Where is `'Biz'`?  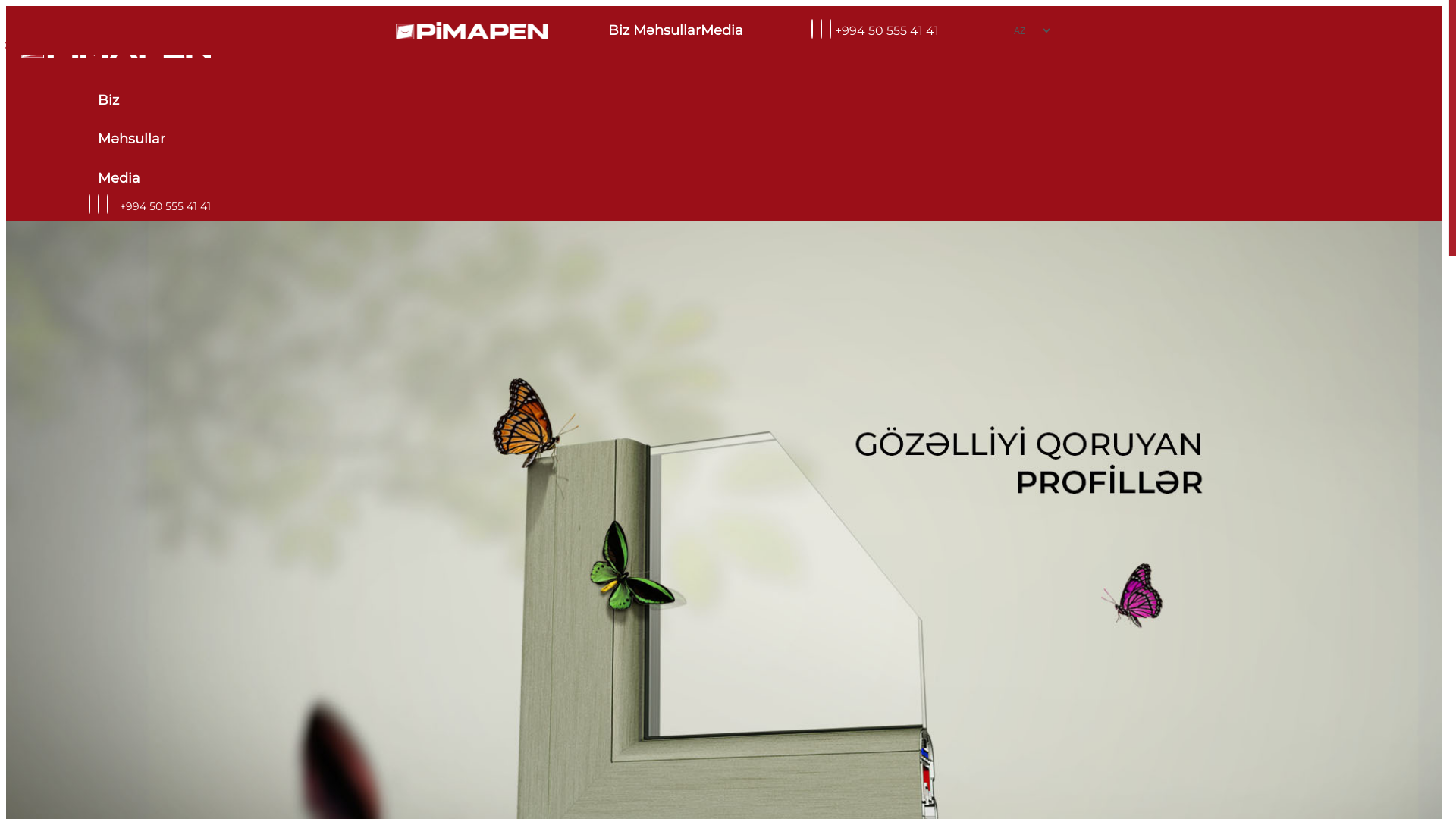 'Biz' is located at coordinates (130, 100).